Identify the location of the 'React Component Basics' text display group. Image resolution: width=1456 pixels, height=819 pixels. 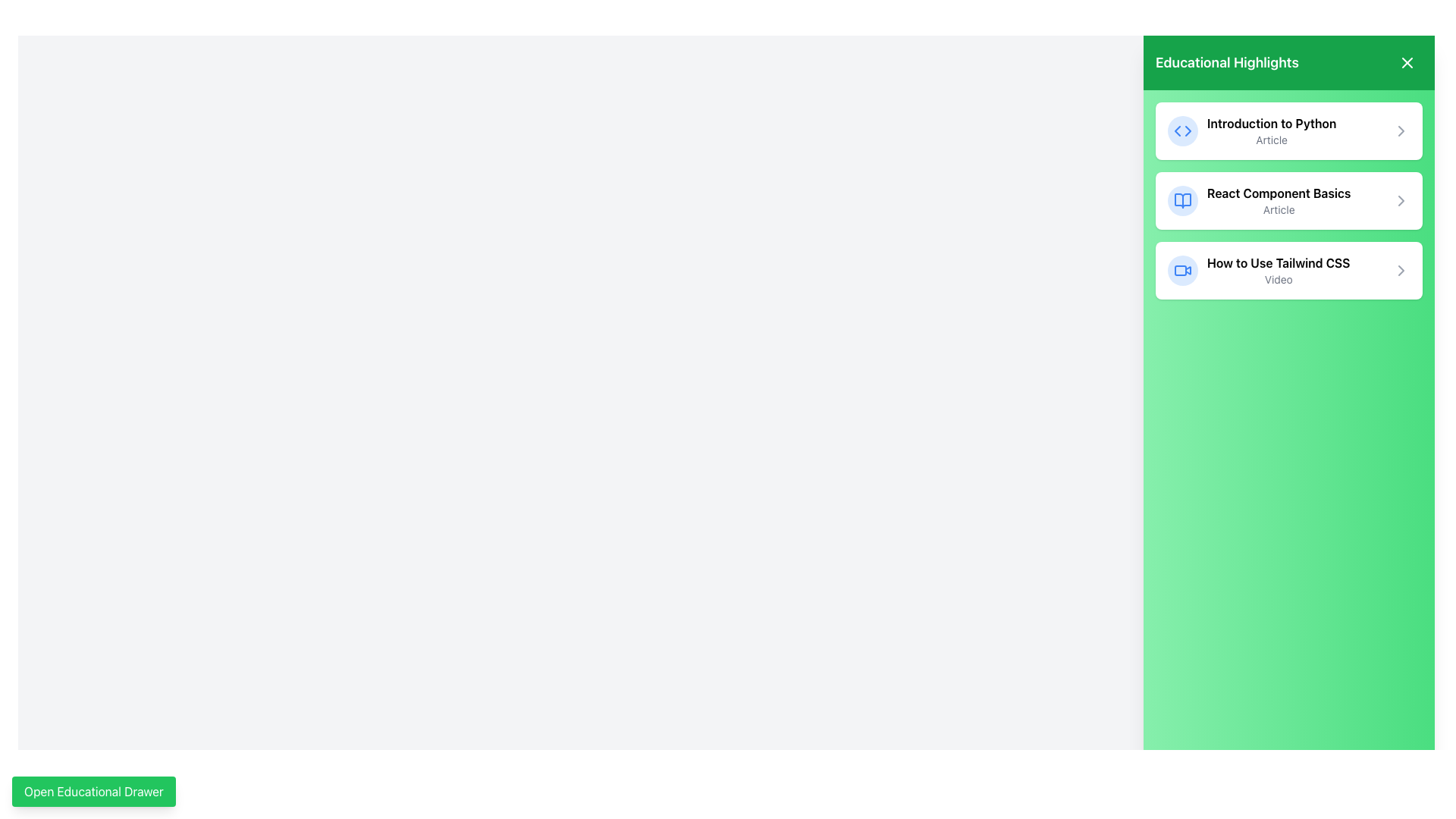
(1278, 200).